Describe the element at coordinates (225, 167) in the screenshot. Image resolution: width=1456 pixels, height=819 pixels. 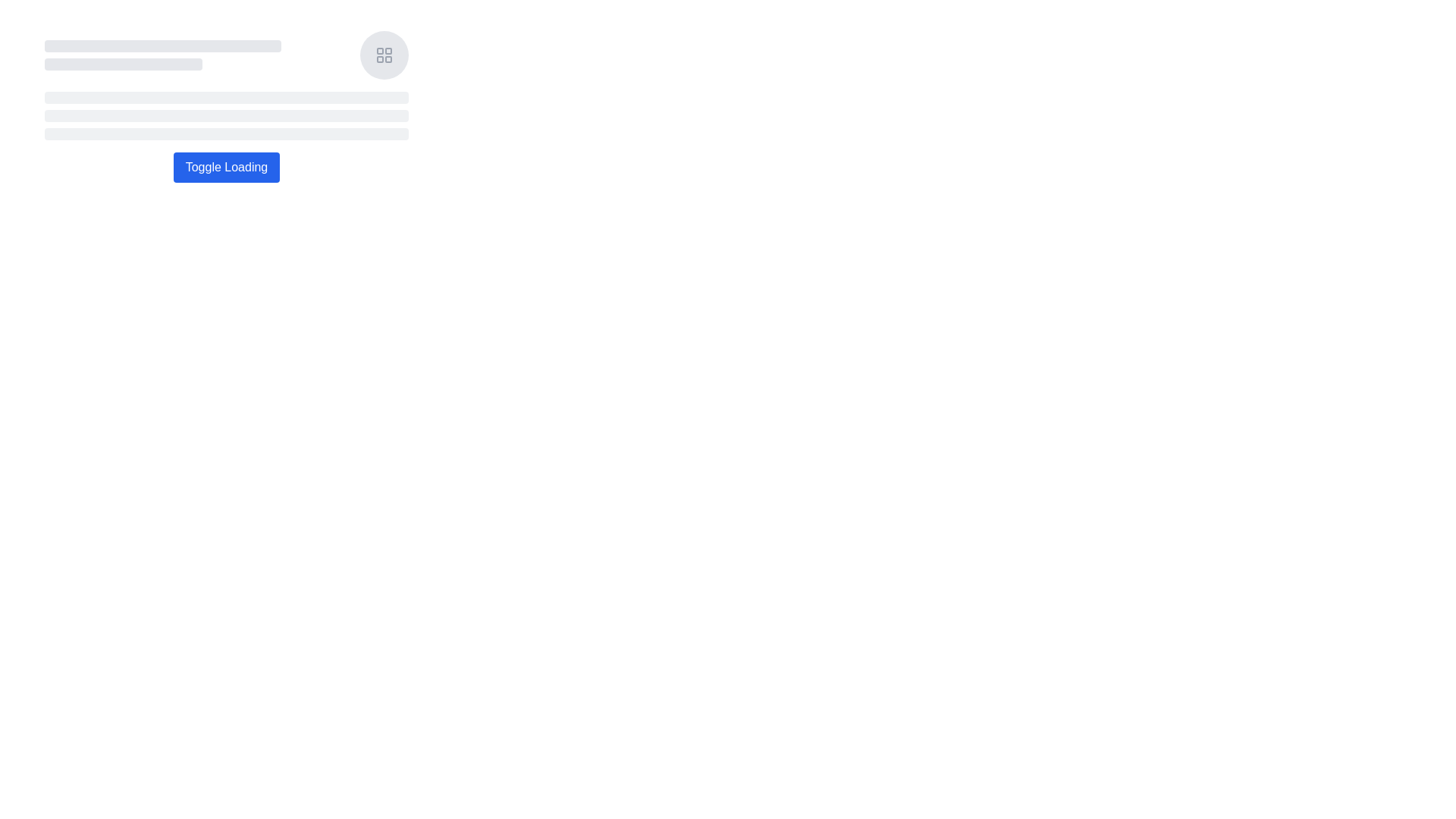
I see `the 'Toggle Loading' button, which has a blue background and white text` at that location.